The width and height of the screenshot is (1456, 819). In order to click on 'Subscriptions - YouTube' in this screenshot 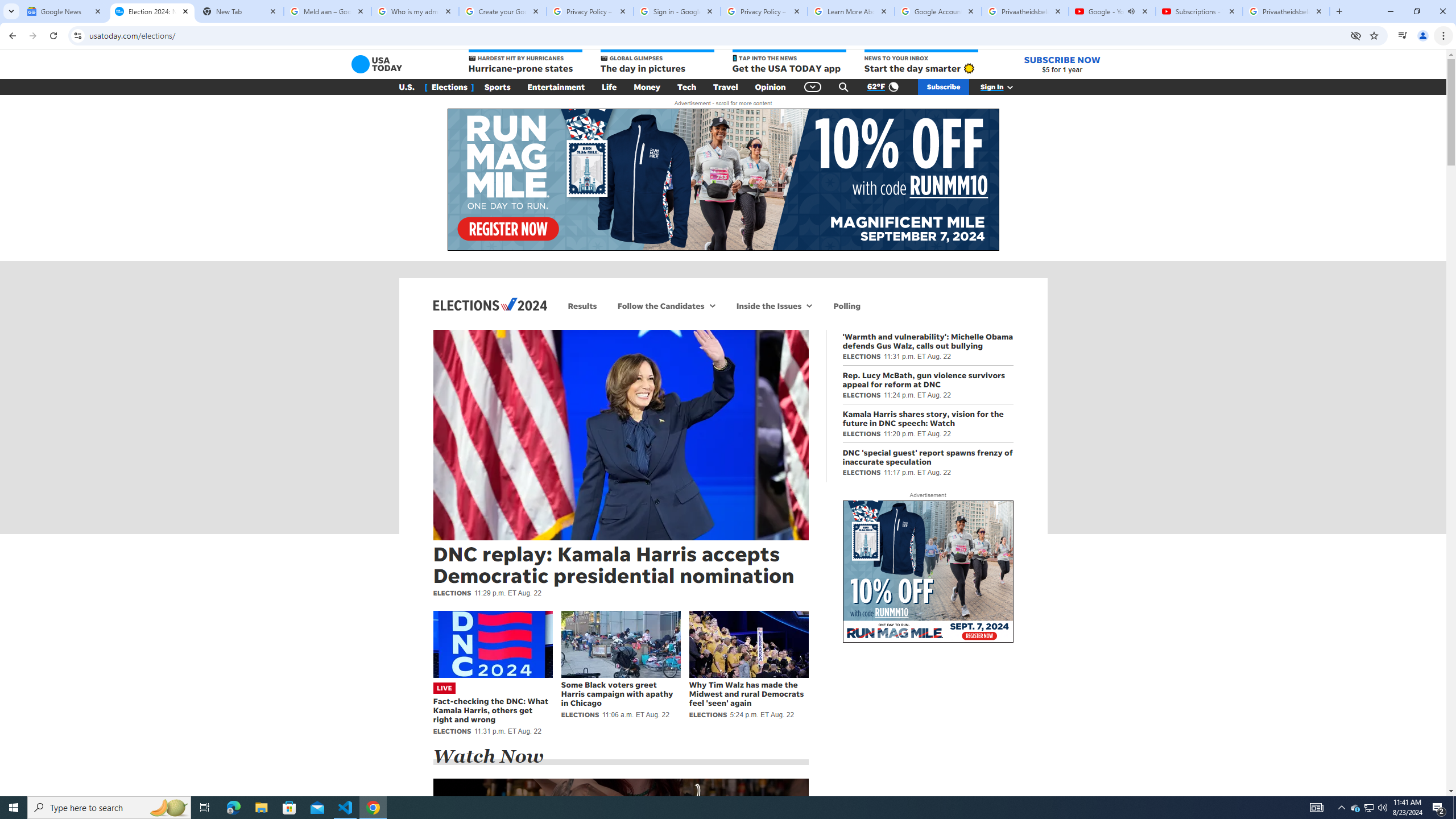, I will do `click(1198, 11)`.